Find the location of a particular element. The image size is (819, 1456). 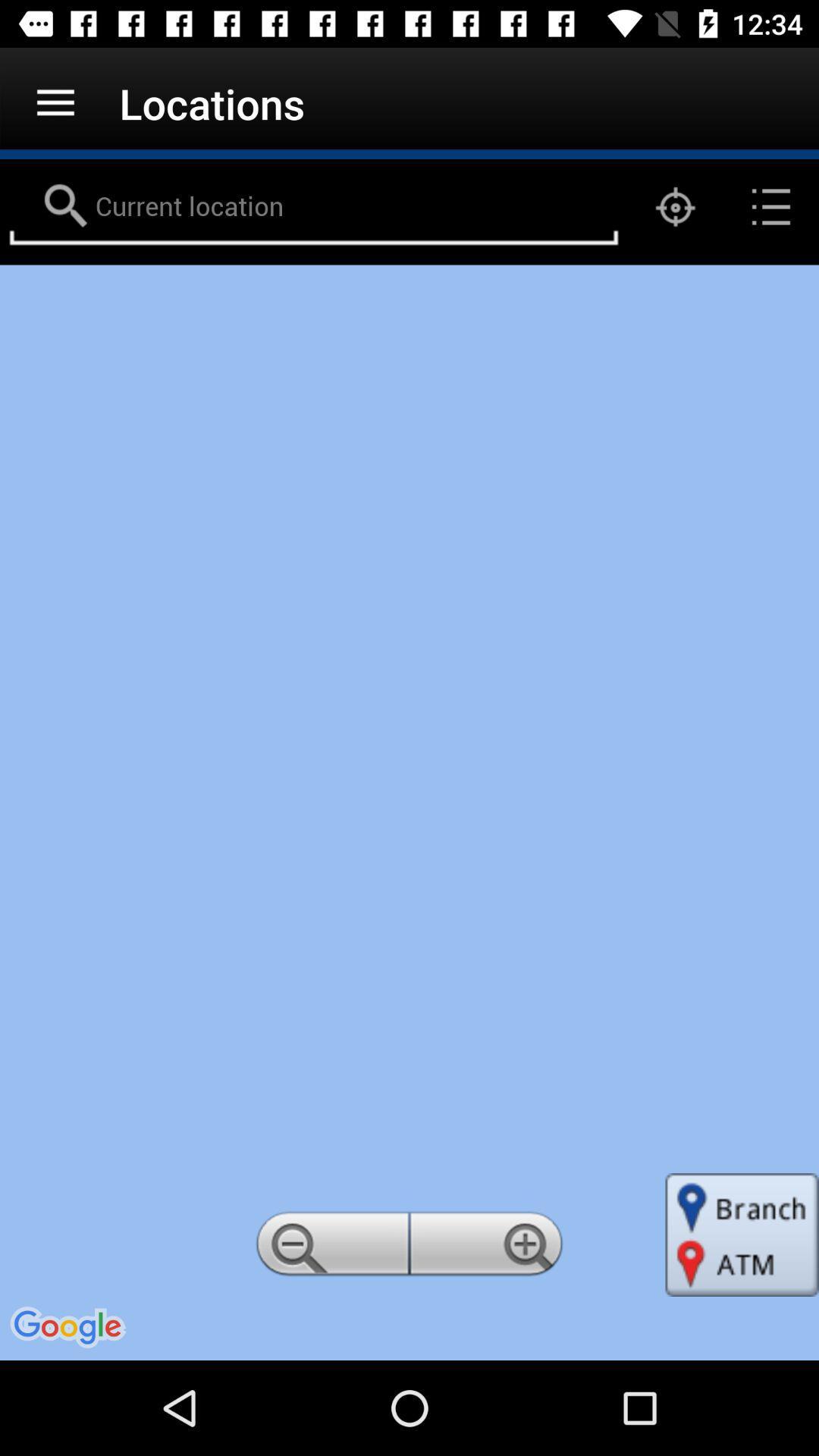

icon to the left of locations app is located at coordinates (55, 102).